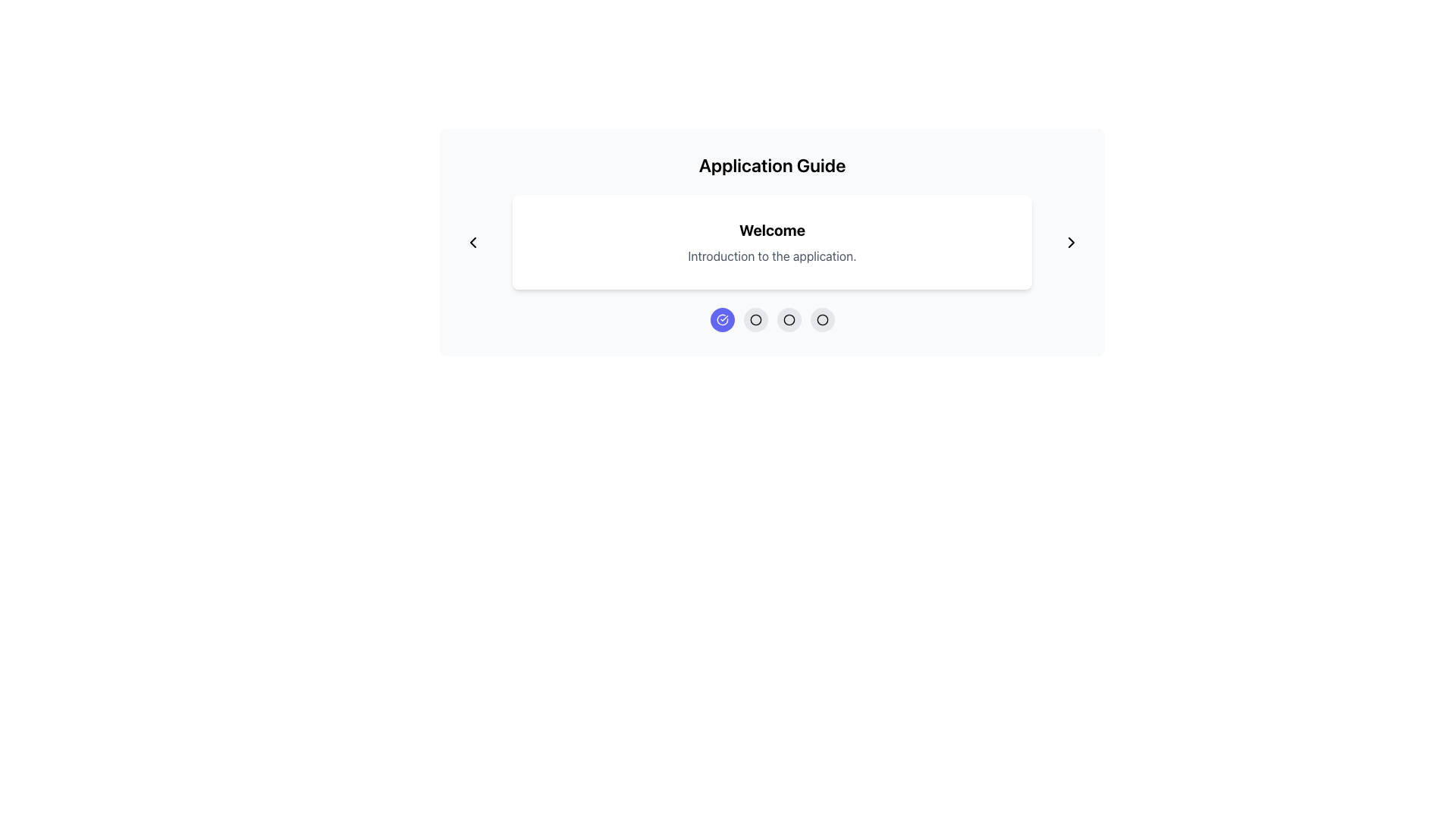 Image resolution: width=1456 pixels, height=819 pixels. I want to click on the 'Welcome' Information Carousel Slide, which displays the title and description of the first topic in the Application Guide section, so click(772, 242).